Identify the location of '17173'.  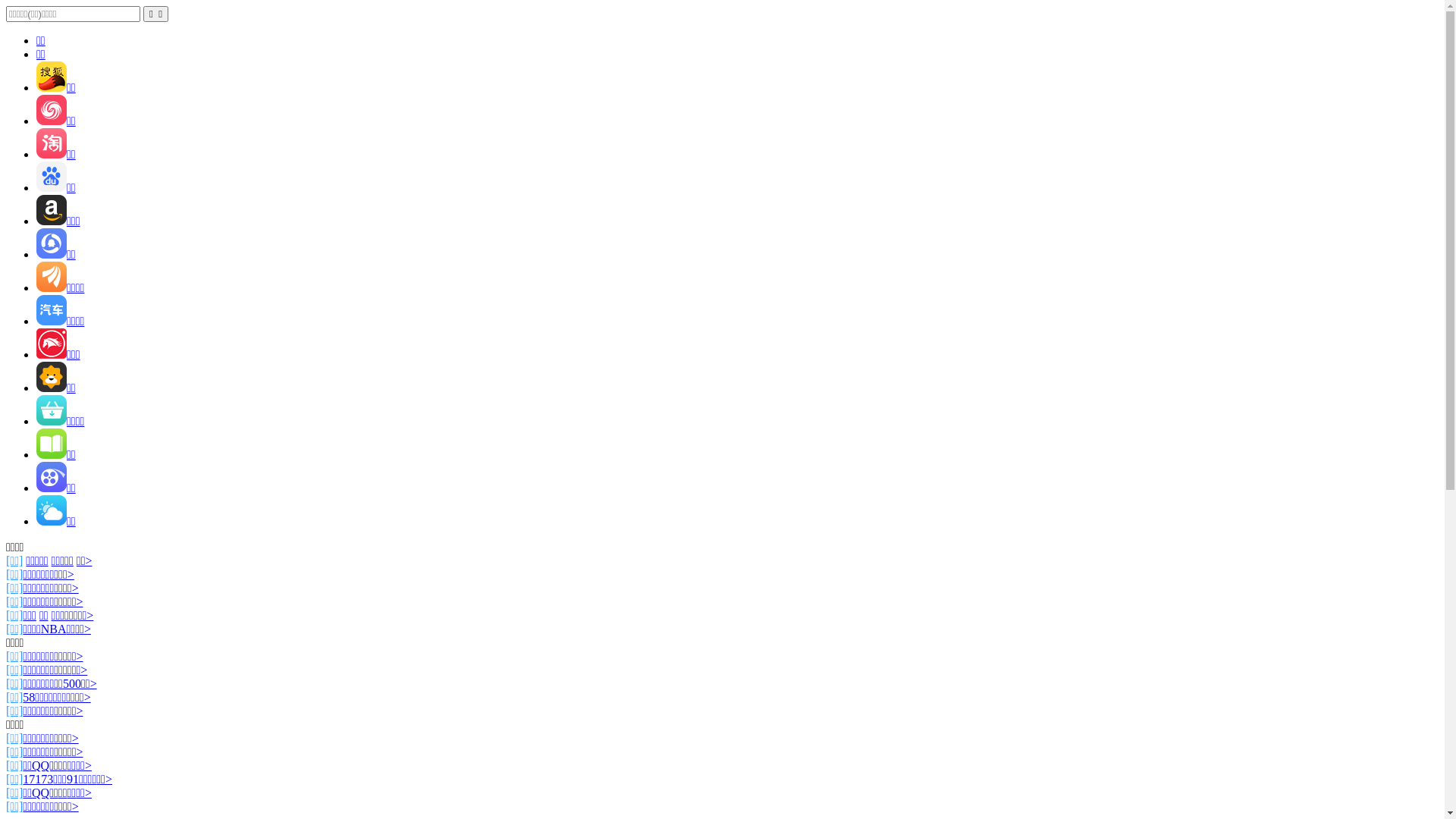
(37, 779).